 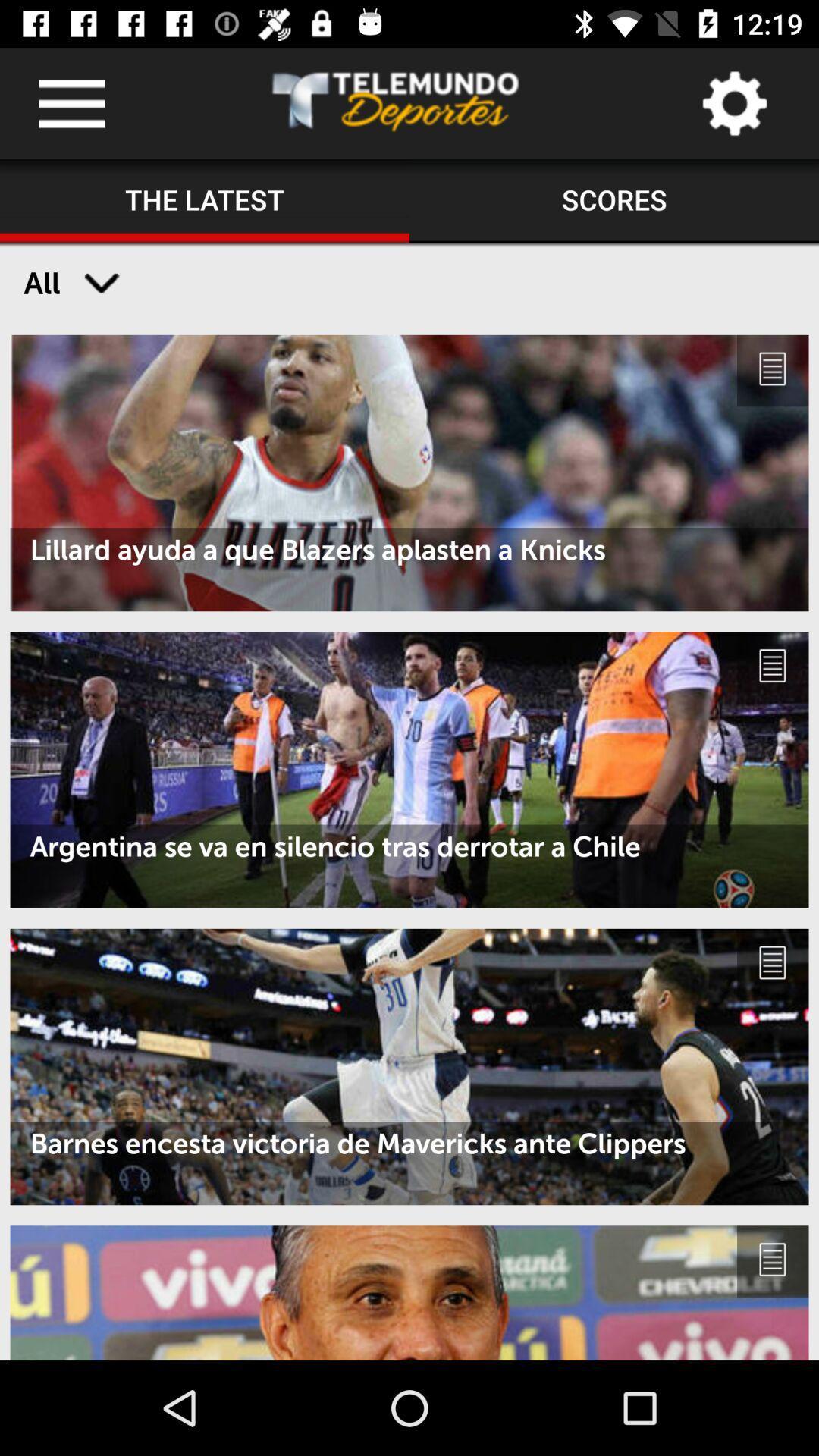 What do you see at coordinates (614, 200) in the screenshot?
I see `the scores icon` at bounding box center [614, 200].